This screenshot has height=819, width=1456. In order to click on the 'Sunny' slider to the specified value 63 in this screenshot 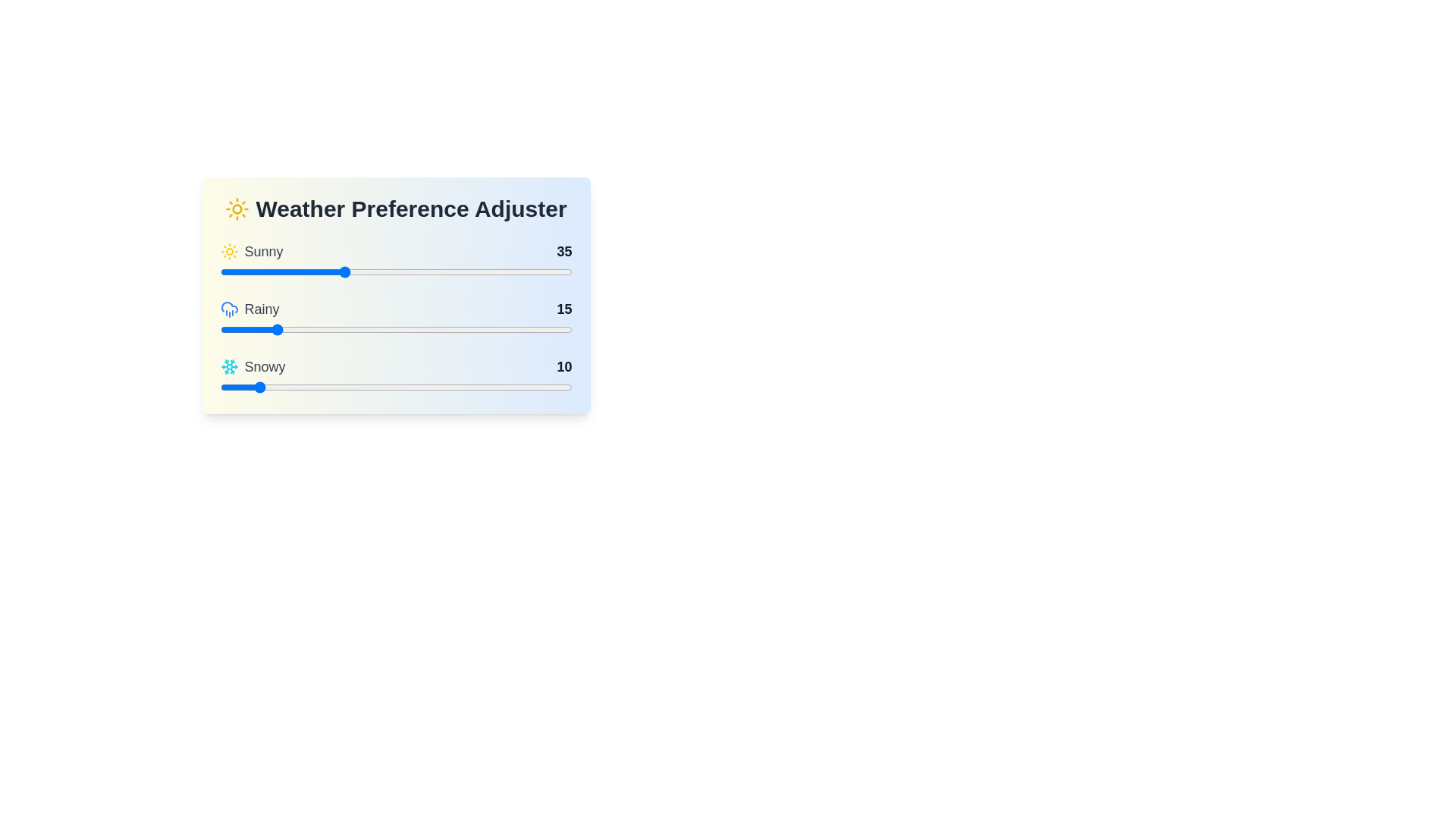, I will do `click(441, 271)`.